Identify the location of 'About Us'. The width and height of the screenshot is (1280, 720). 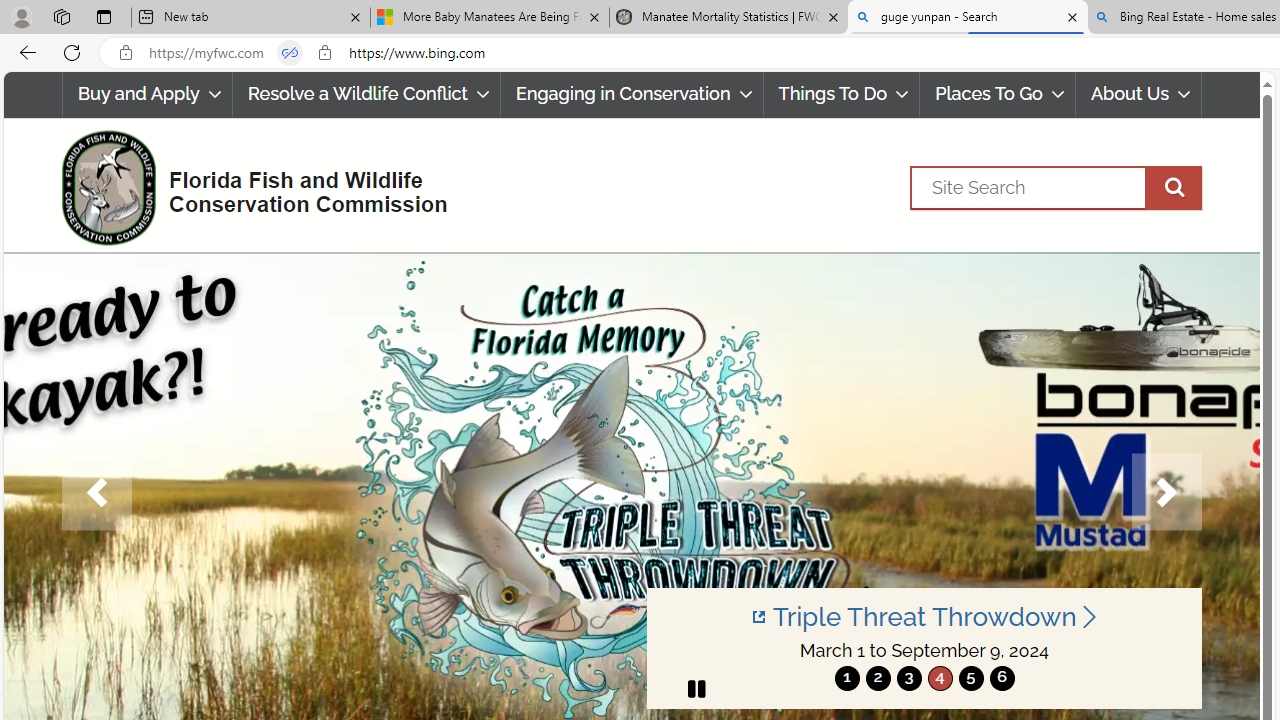
(1138, 94).